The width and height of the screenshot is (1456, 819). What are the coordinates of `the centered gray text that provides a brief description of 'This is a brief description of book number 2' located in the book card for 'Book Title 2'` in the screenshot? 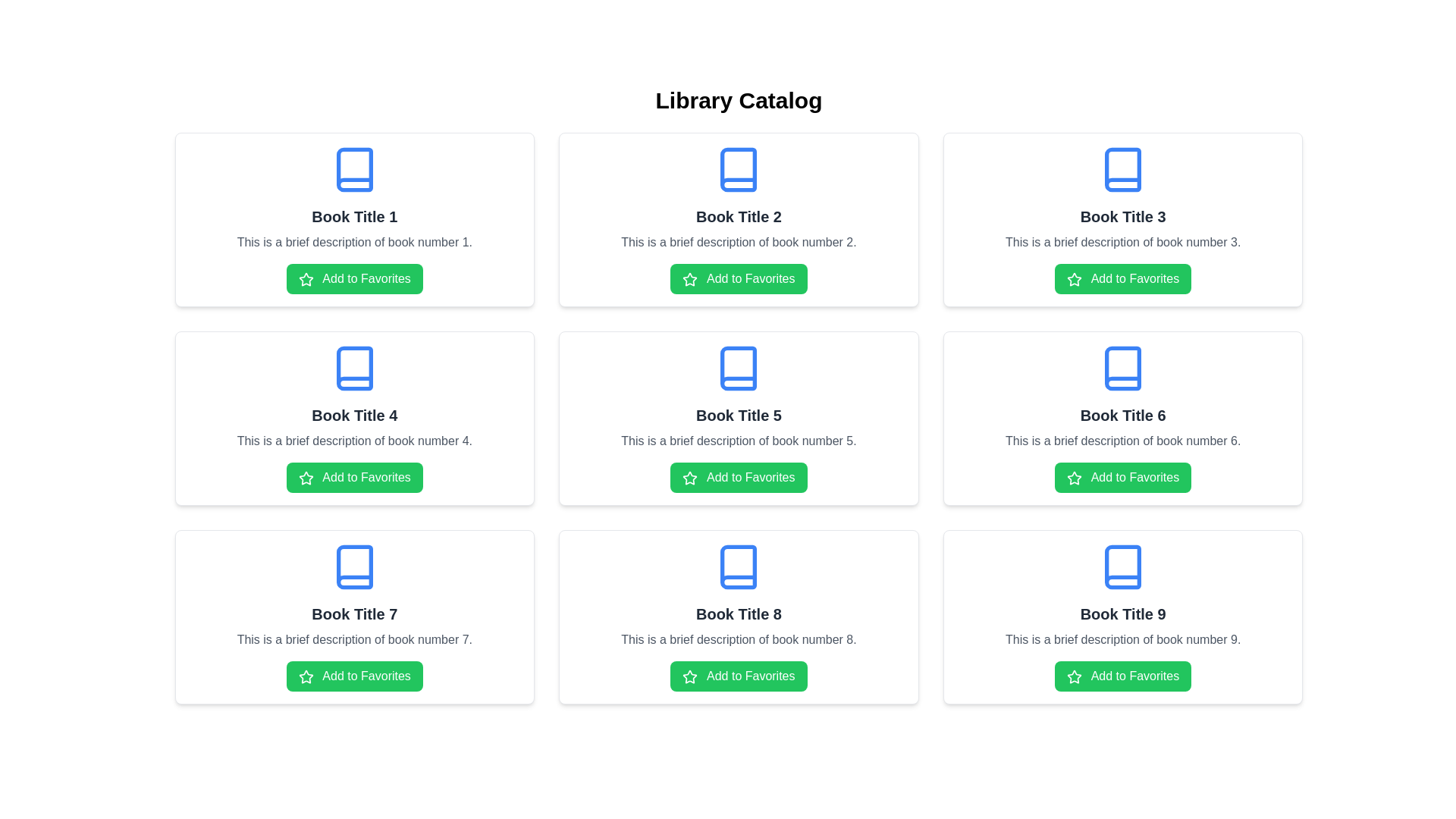 It's located at (739, 242).